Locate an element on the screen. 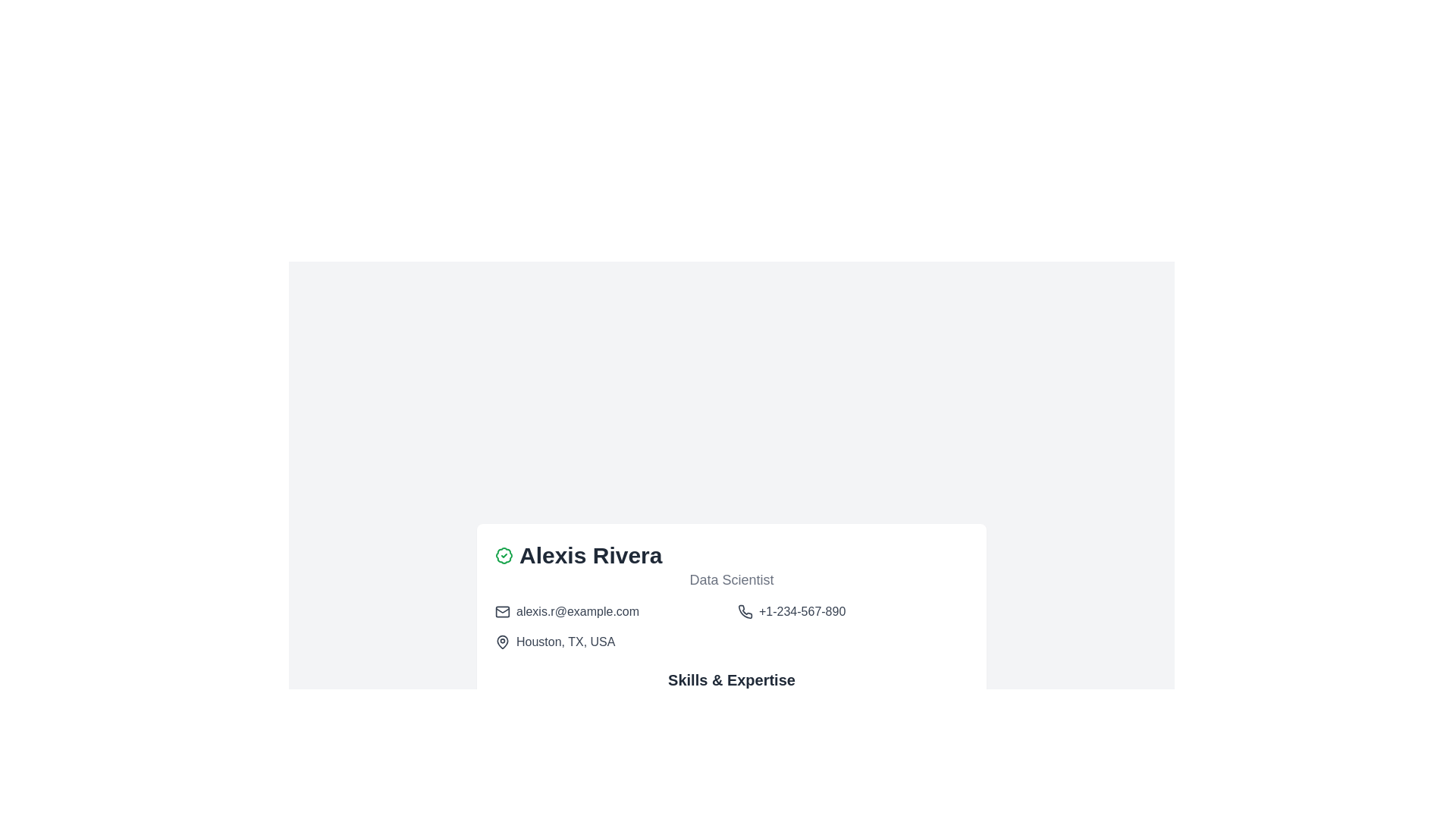 The width and height of the screenshot is (1456, 819). the email address label that displays a gray text row preceded by a gray envelope icon, located in the first row of the left column of the grid layout is located at coordinates (610, 610).